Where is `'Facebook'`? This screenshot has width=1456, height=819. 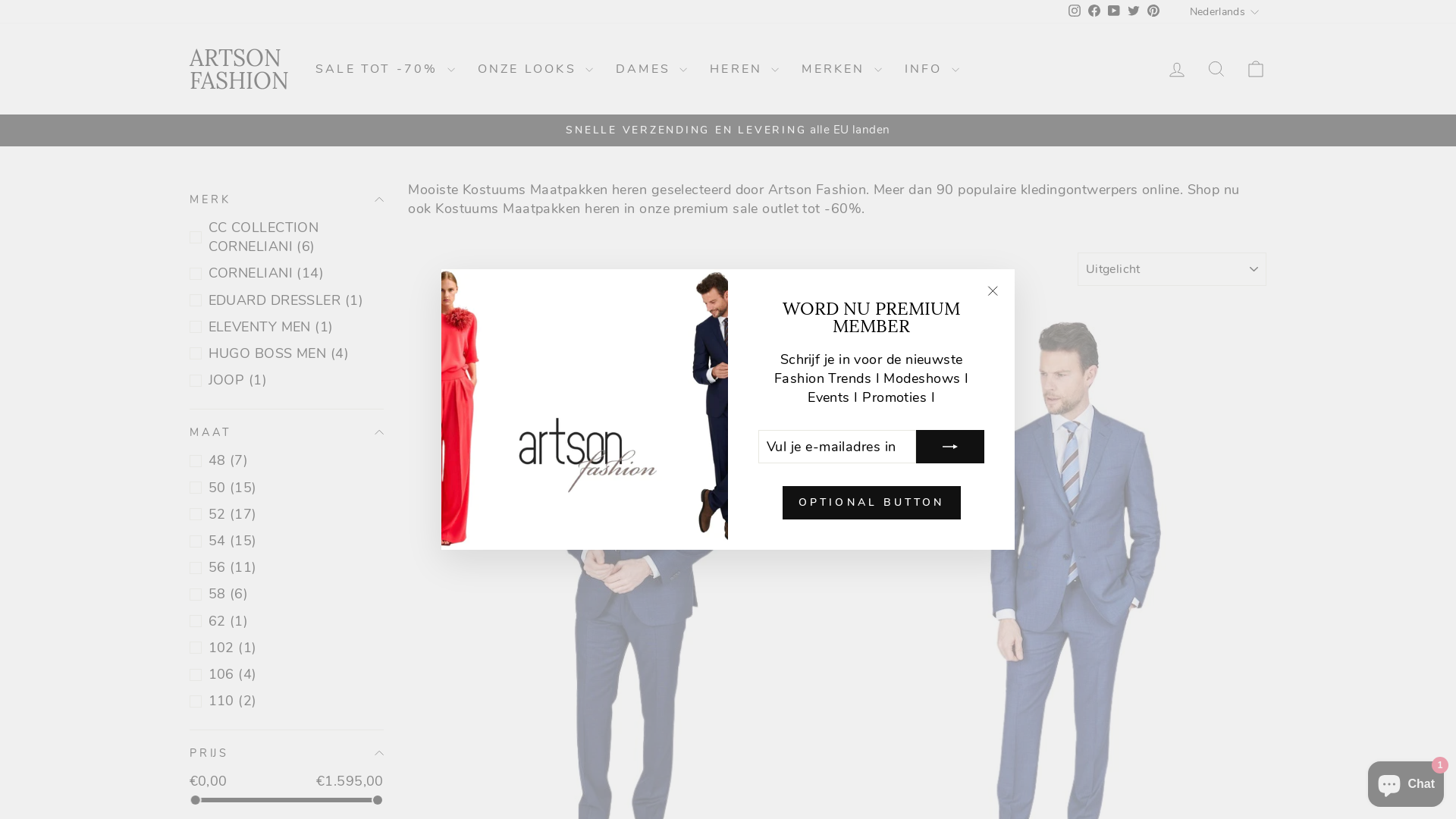 'Facebook' is located at coordinates (1094, 11).